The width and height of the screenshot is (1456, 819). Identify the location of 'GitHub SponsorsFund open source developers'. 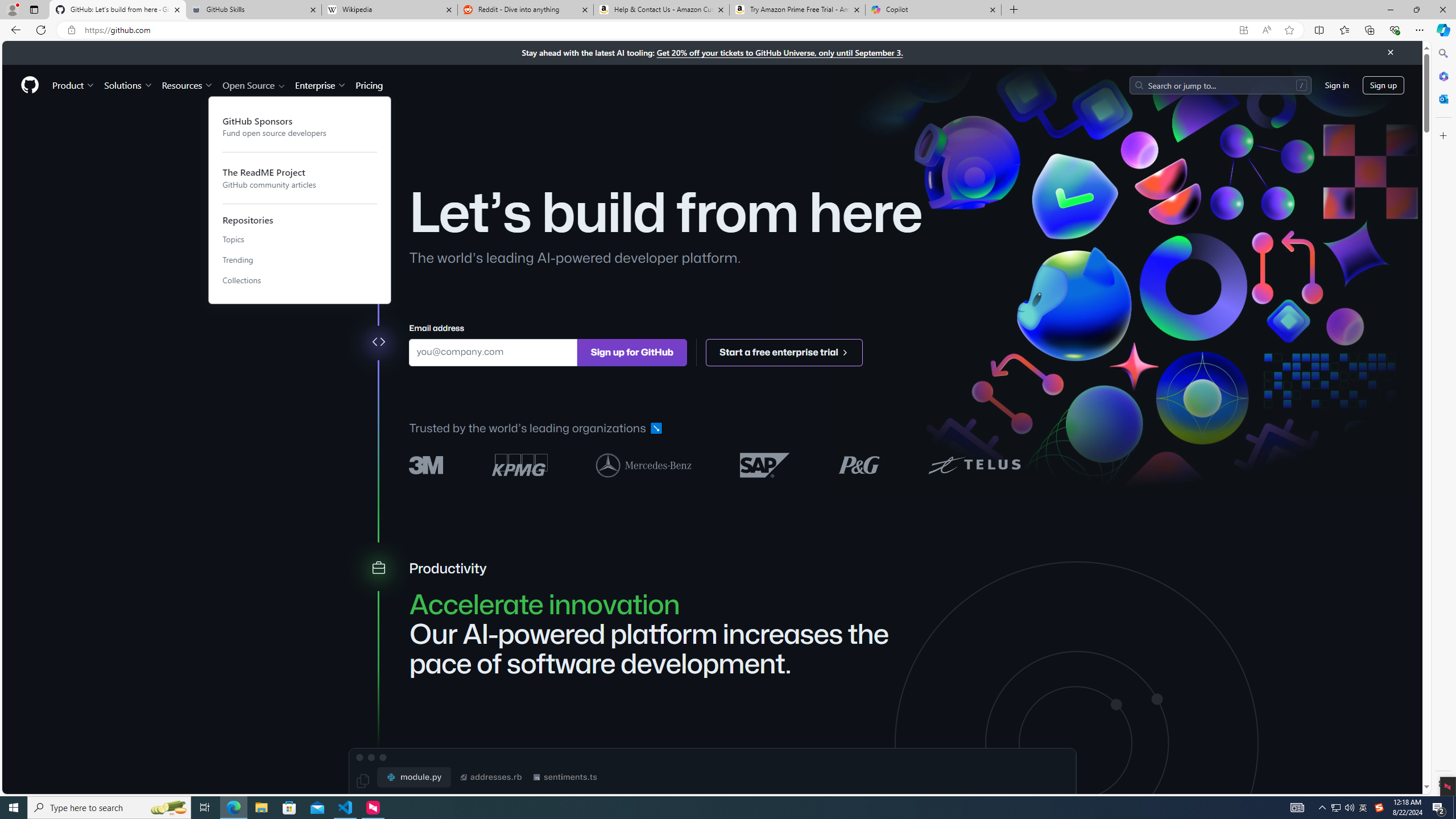
(299, 126).